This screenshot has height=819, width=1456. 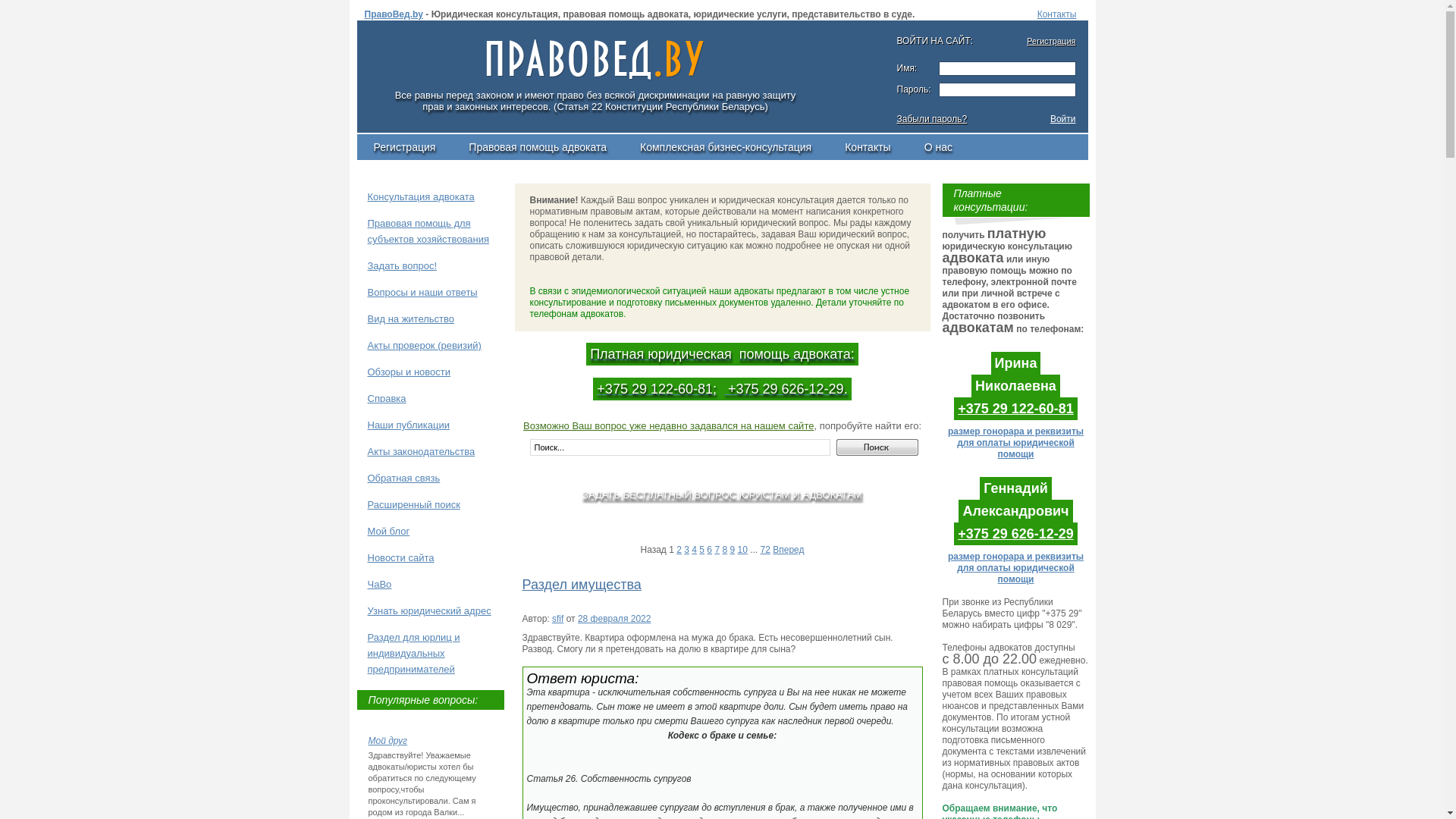 What do you see at coordinates (1015, 408) in the screenshot?
I see `'+375 29 122-60-81'` at bounding box center [1015, 408].